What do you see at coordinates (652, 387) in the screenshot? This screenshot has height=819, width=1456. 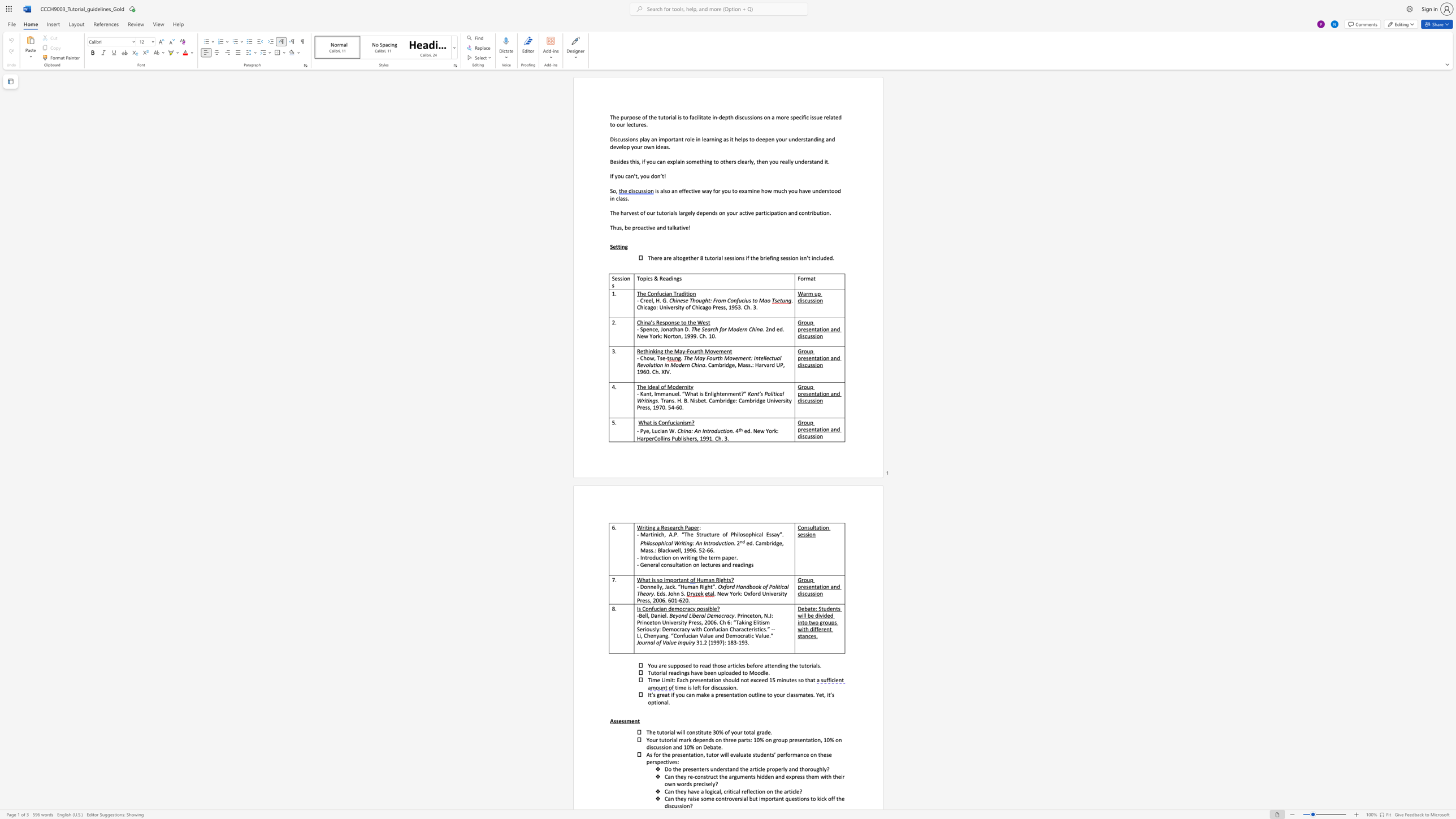 I see `the subset text "eal of" within the text "The Ideal of Modernity"` at bounding box center [652, 387].